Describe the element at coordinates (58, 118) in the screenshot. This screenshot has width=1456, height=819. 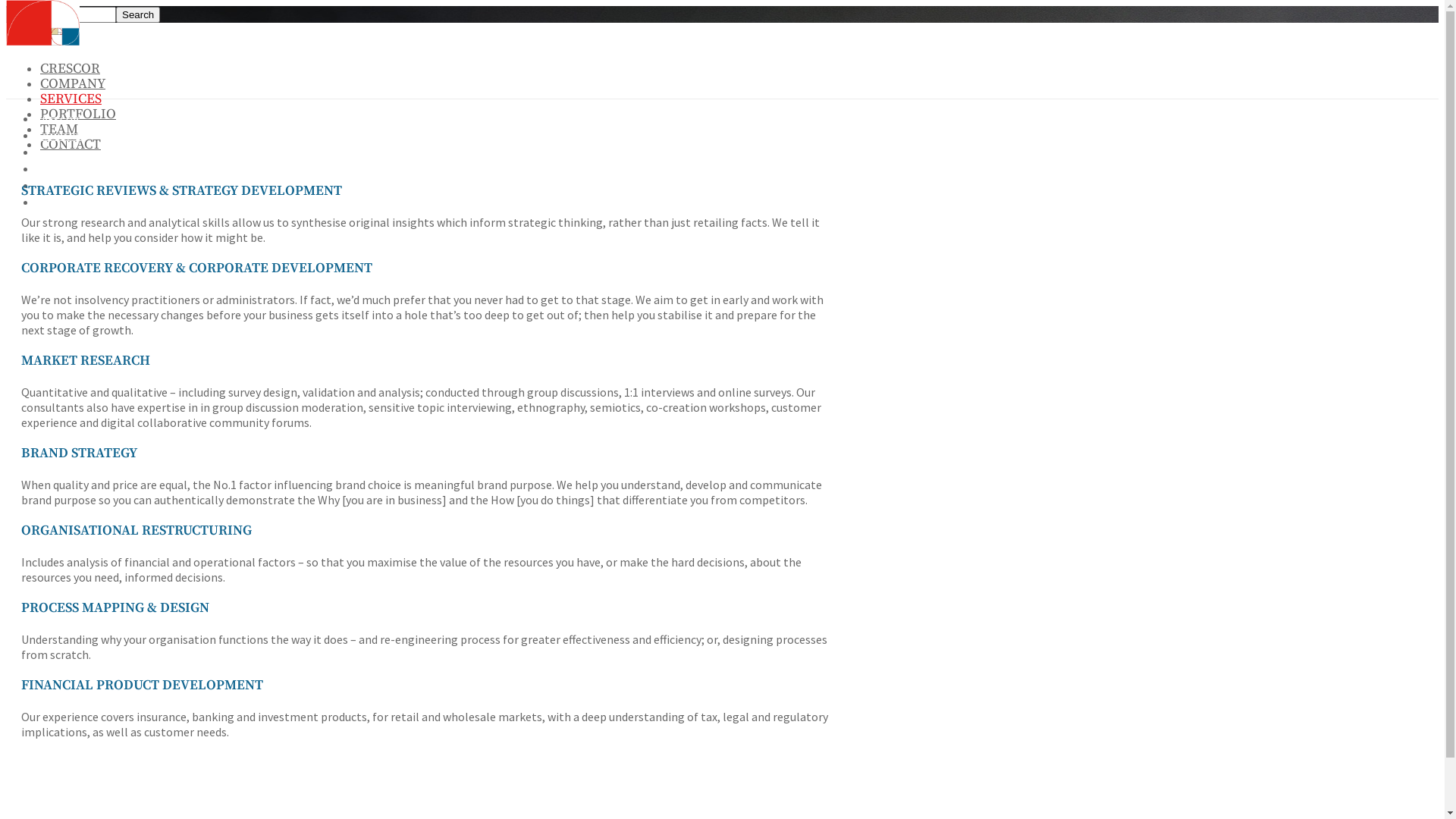
I see `'CRESCOR'` at that location.